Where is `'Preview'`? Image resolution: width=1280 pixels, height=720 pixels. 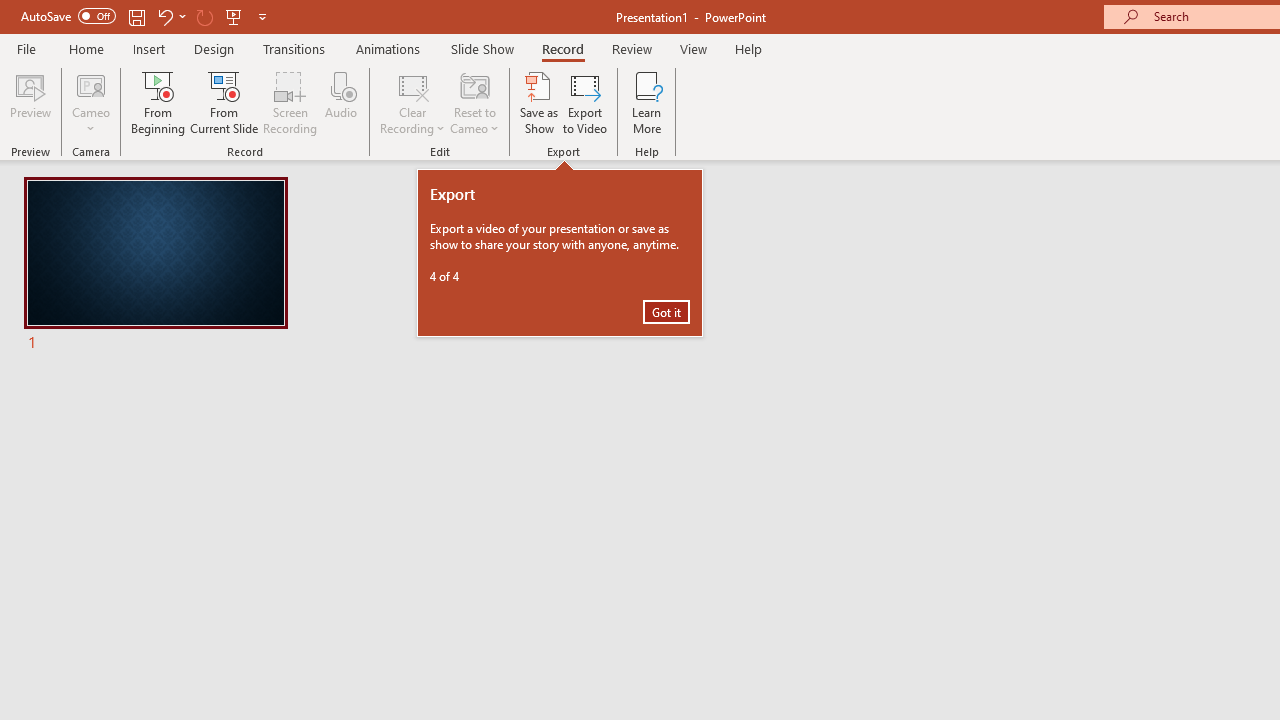
'Preview' is located at coordinates (30, 103).